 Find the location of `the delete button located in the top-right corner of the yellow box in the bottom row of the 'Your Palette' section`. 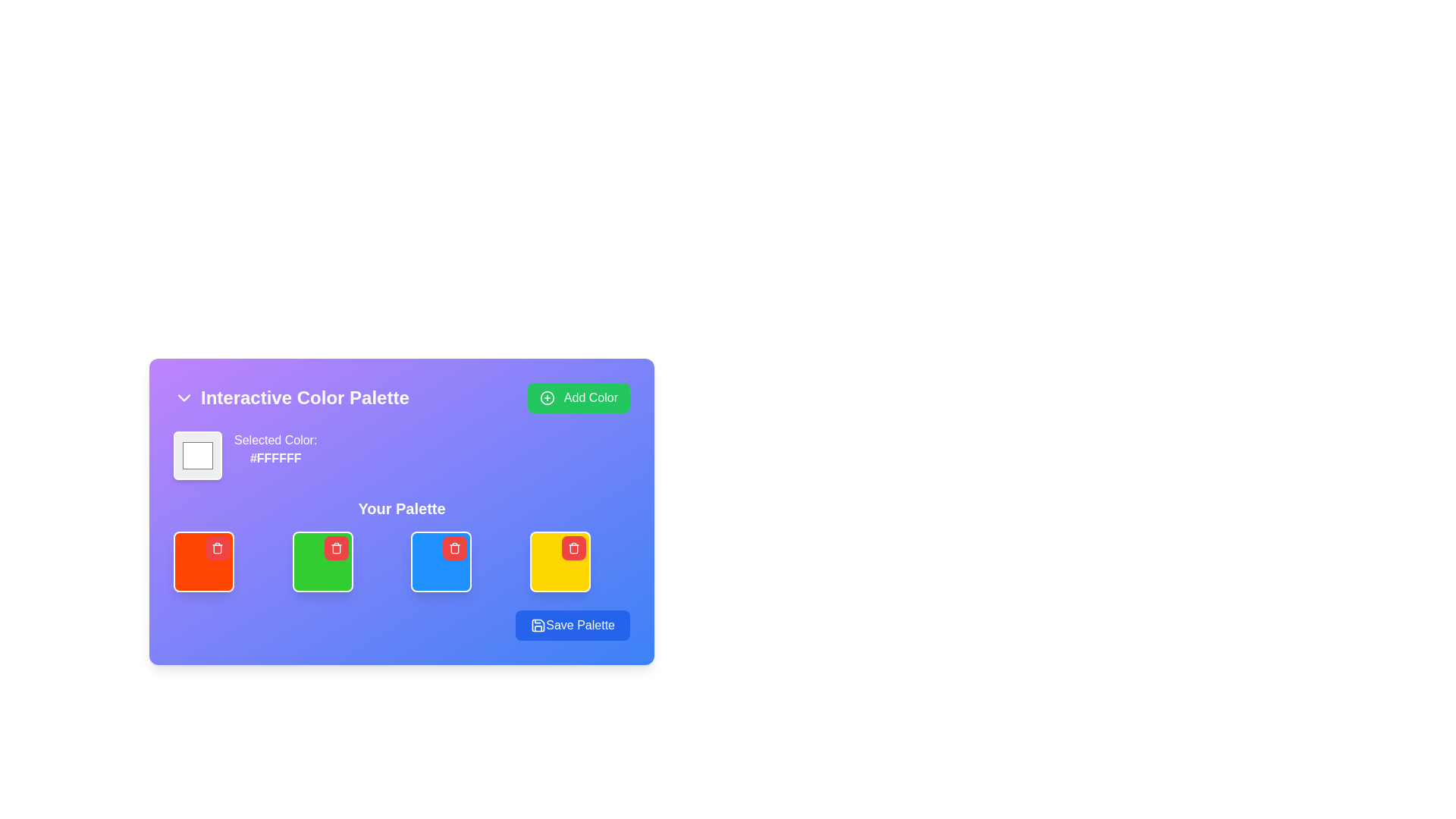

the delete button located in the top-right corner of the yellow box in the bottom row of the 'Your Palette' section is located at coordinates (573, 548).